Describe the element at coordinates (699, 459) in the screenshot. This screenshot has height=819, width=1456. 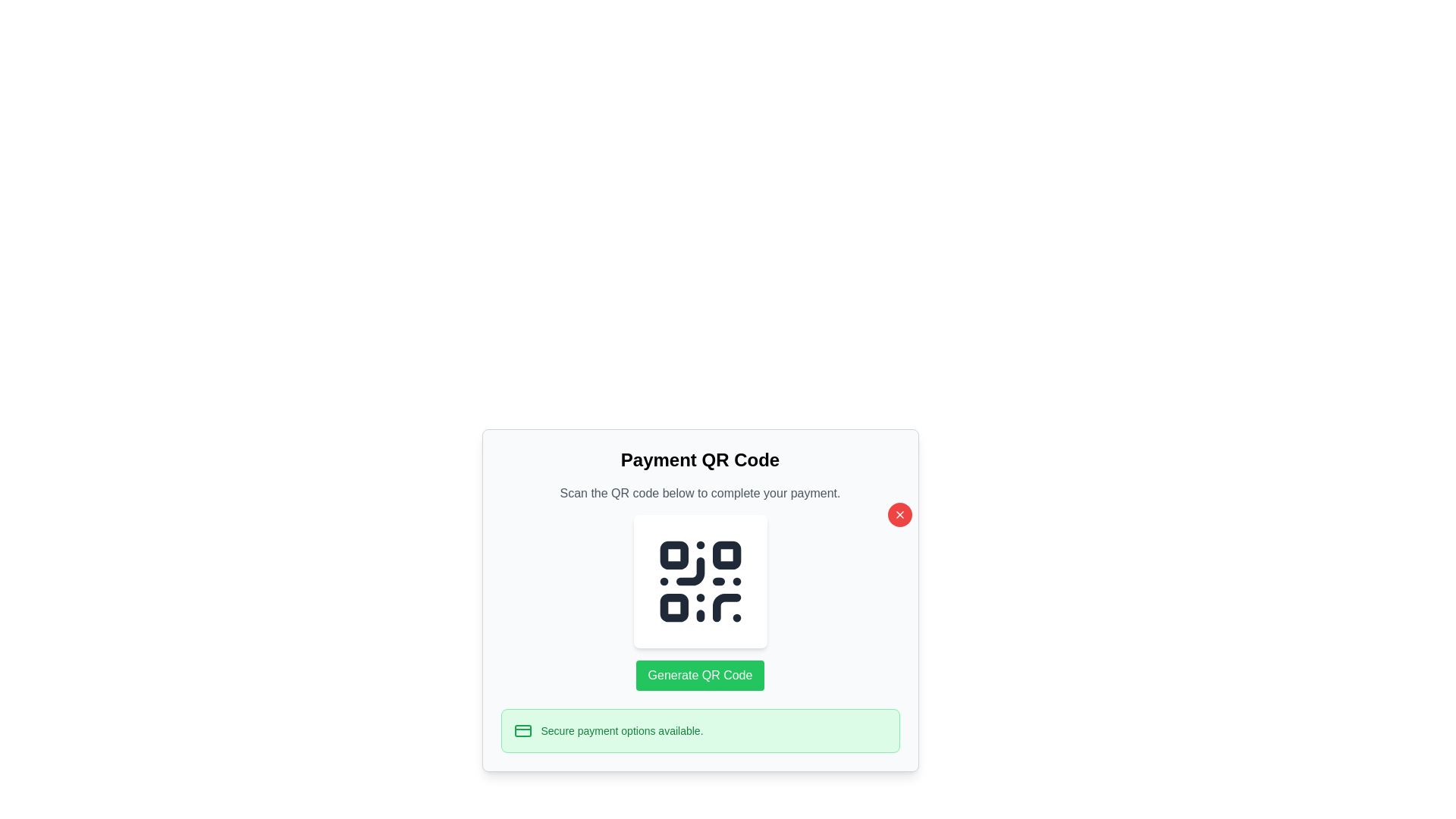
I see `the 'Payment QR Code' title text element, which is displayed in a bold, large font at the top of the payment-related modal` at that location.